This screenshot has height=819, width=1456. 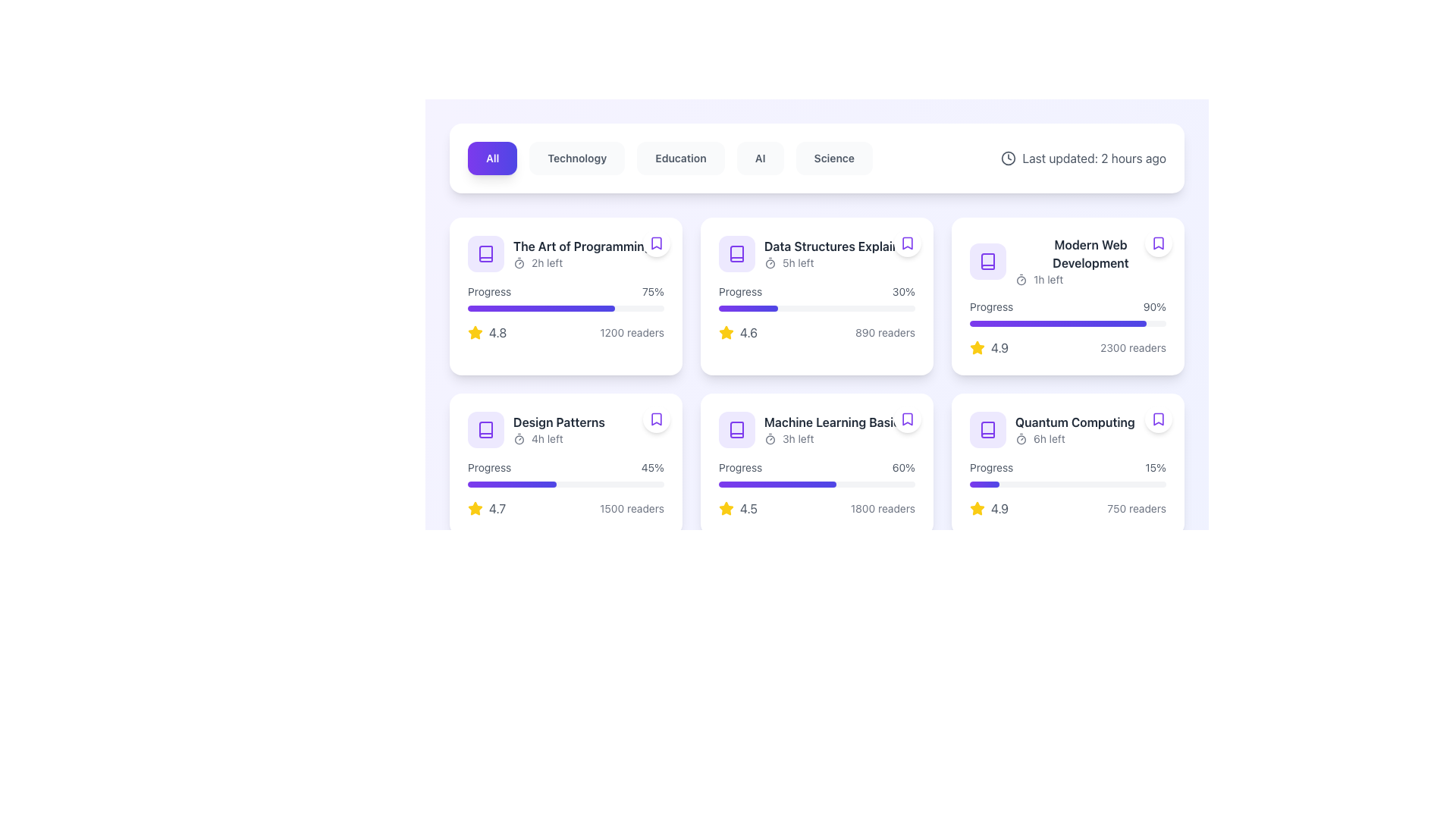 What do you see at coordinates (1137, 509) in the screenshot?
I see `the '750 readers' text label located at the bottom right of the 'Quantum Computing' card, following the star rating indicator, despite it not being indicated as interactive` at bounding box center [1137, 509].